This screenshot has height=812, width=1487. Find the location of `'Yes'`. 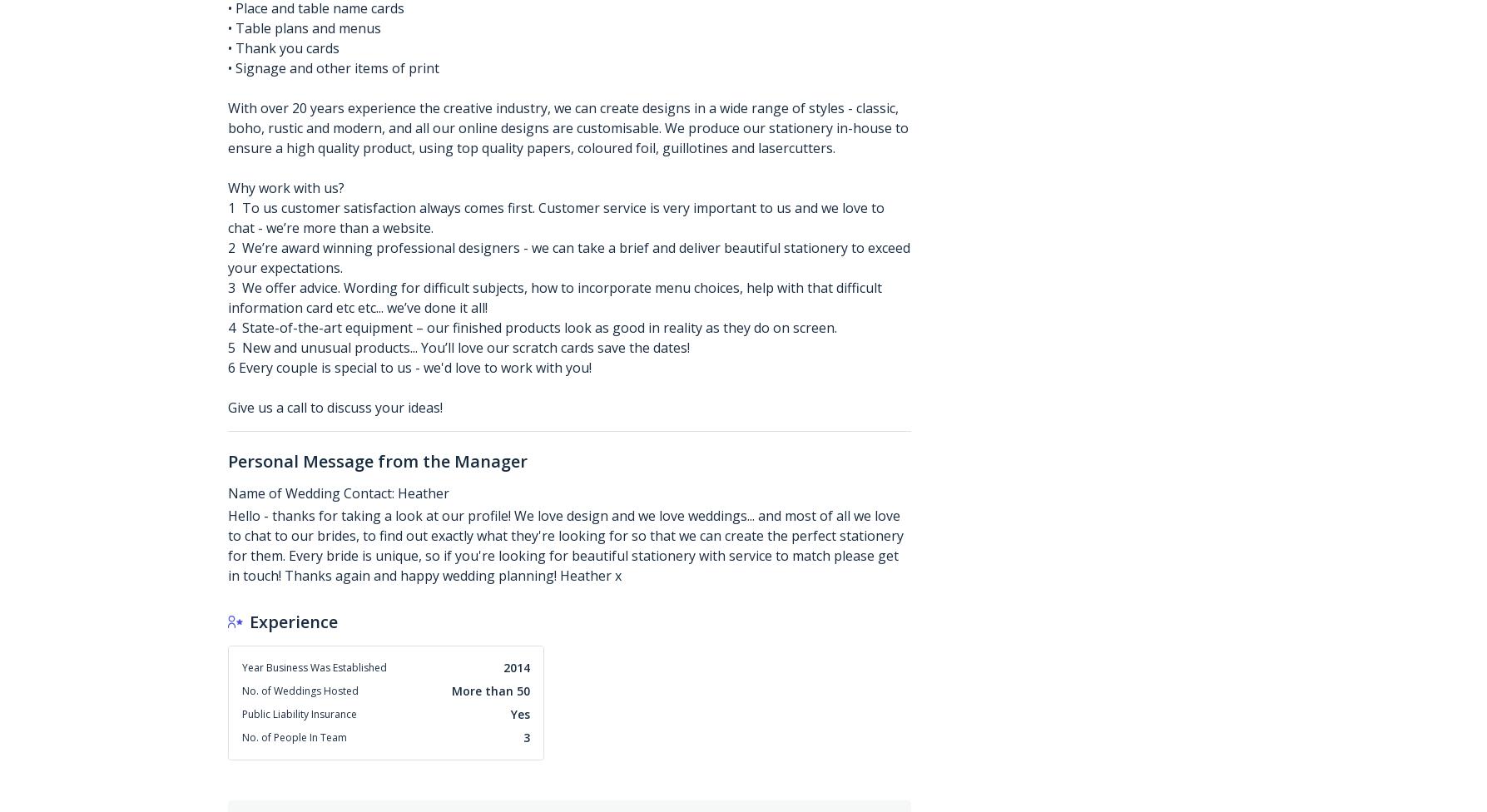

'Yes' is located at coordinates (508, 712).